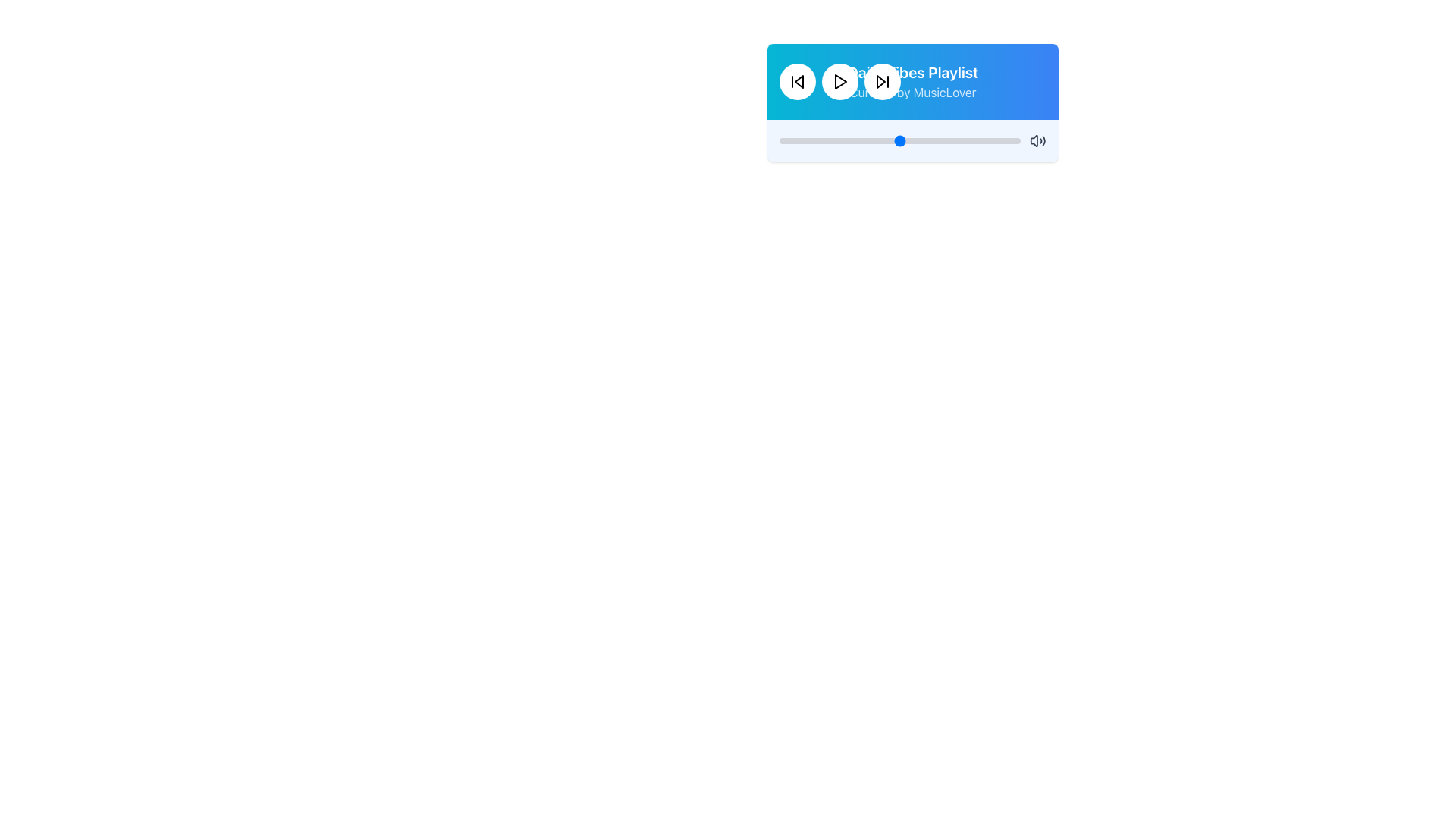  Describe the element at coordinates (1018, 137) in the screenshot. I see `the slider's value` at that location.